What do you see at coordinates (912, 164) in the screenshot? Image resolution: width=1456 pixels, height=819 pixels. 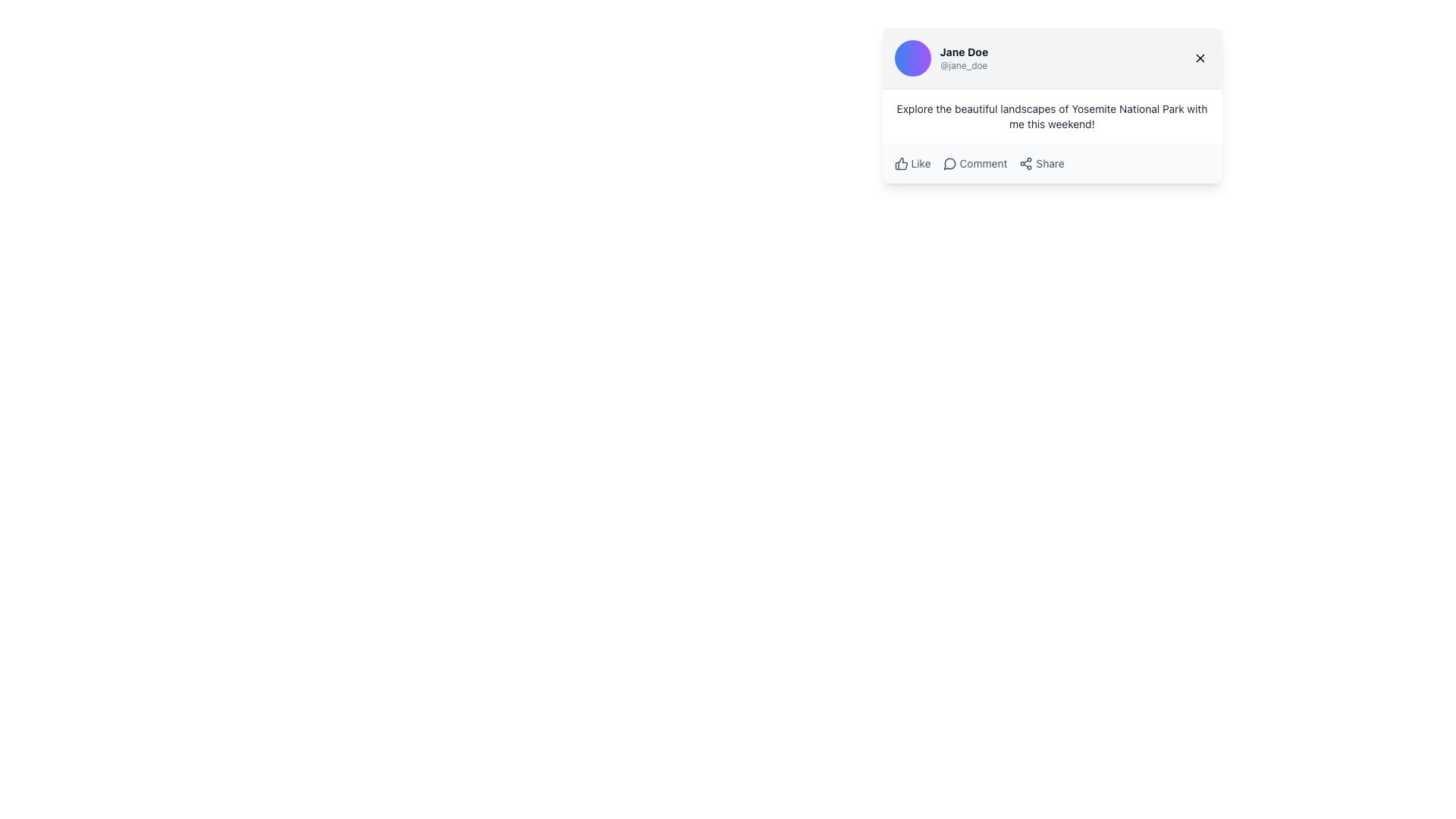 I see `the 'Like' button, which is the first button in a group of three buttons located below the post content in the card` at bounding box center [912, 164].